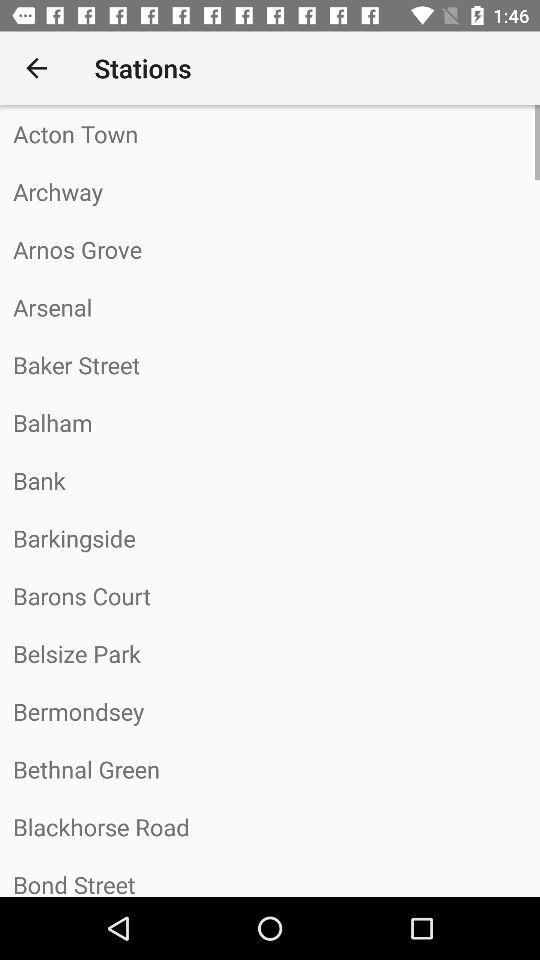 This screenshot has height=960, width=540. Describe the element at coordinates (270, 875) in the screenshot. I see `the icon below the blackhorse road item` at that location.